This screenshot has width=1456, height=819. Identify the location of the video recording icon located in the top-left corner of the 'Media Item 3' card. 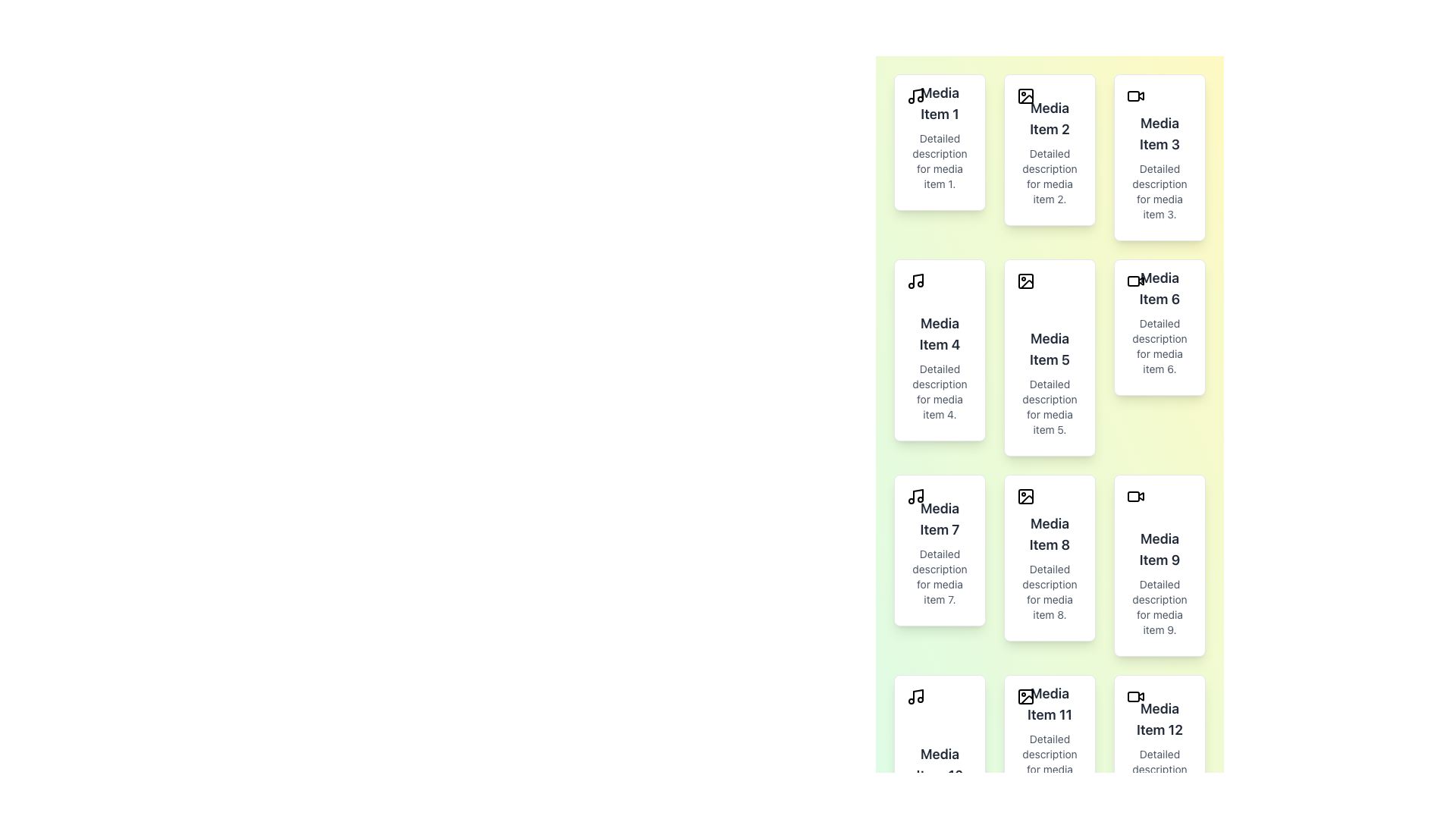
(1135, 96).